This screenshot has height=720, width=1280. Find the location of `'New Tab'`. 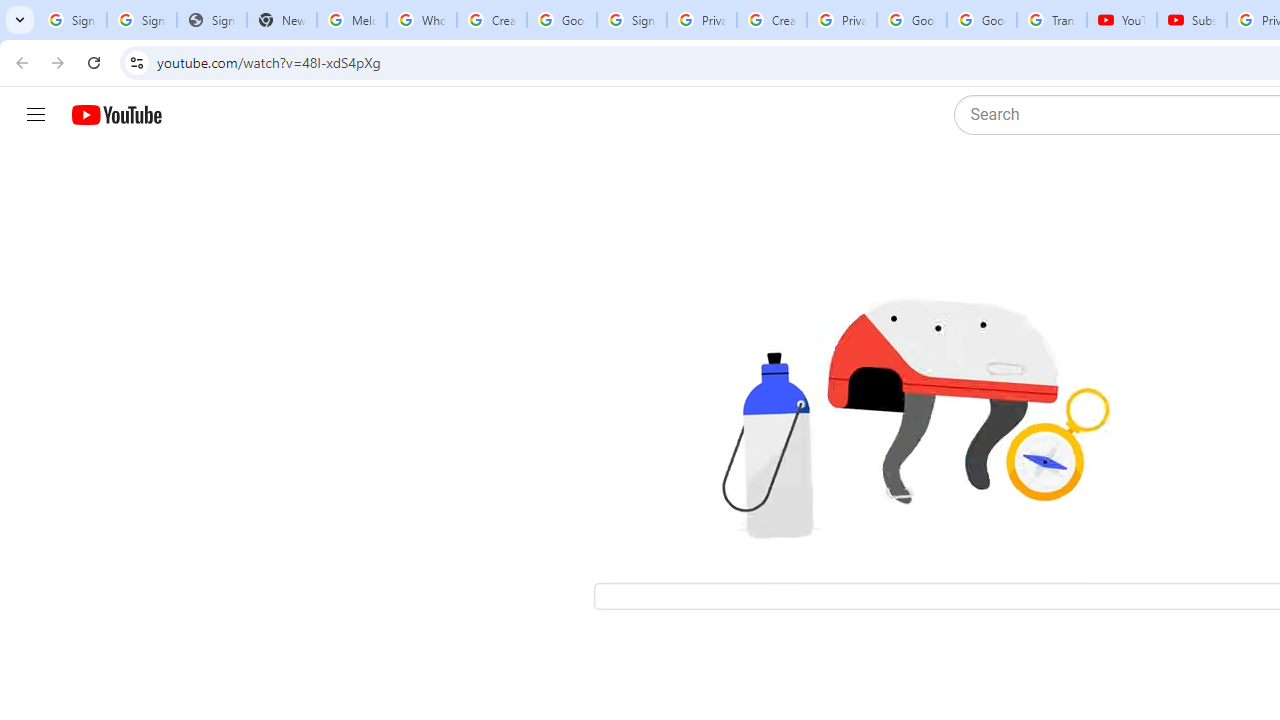

'New Tab' is located at coordinates (281, 20).